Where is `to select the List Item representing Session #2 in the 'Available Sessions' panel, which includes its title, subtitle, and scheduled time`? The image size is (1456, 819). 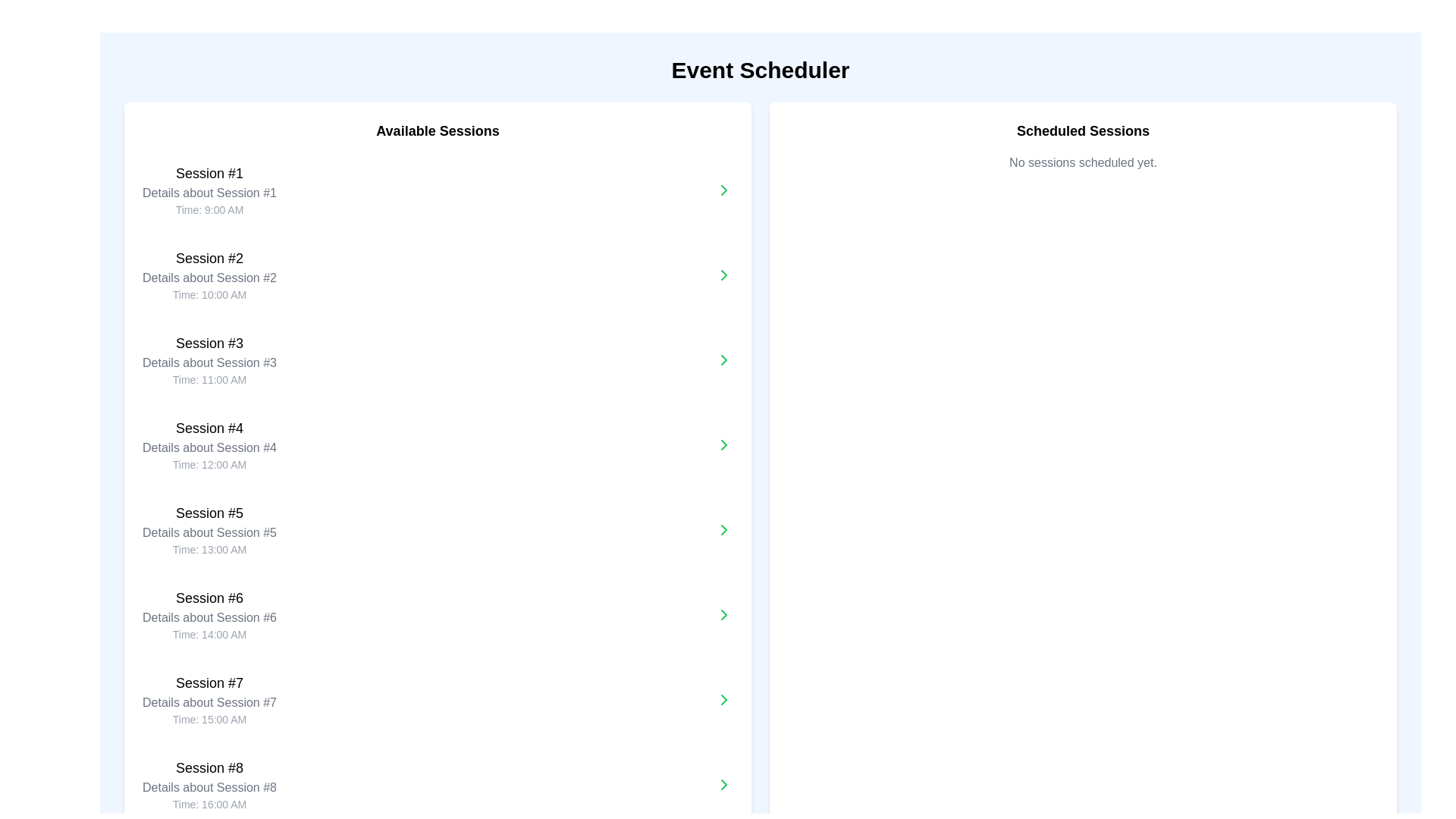
to select the List Item representing Session #2 in the 'Available Sessions' panel, which includes its title, subtitle, and scheduled time is located at coordinates (209, 275).